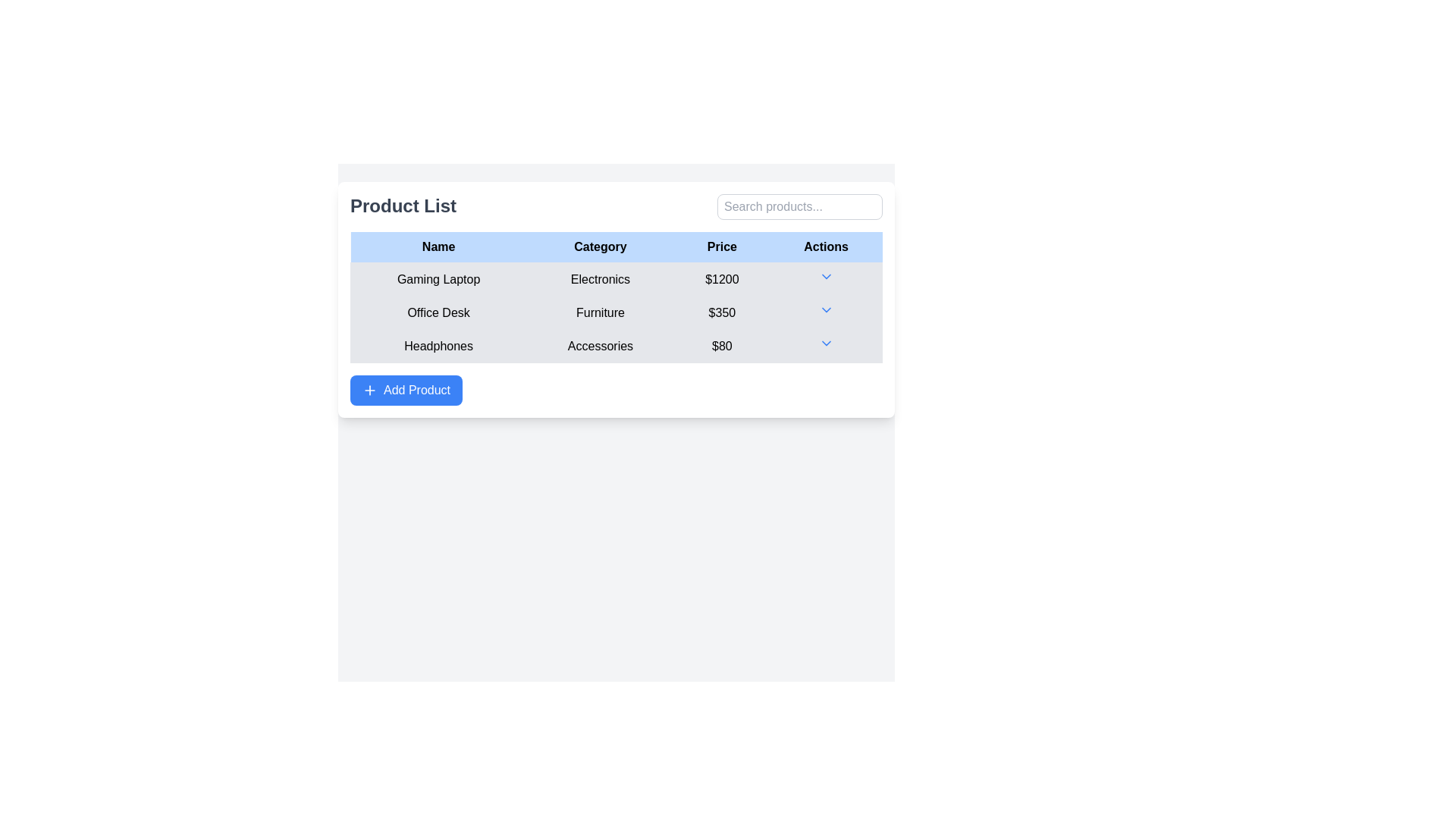 This screenshot has width=1456, height=819. I want to click on the static text displaying the price of the 'Office Desk', located in the third cell of the table under the 'Price' column, so click(721, 312).